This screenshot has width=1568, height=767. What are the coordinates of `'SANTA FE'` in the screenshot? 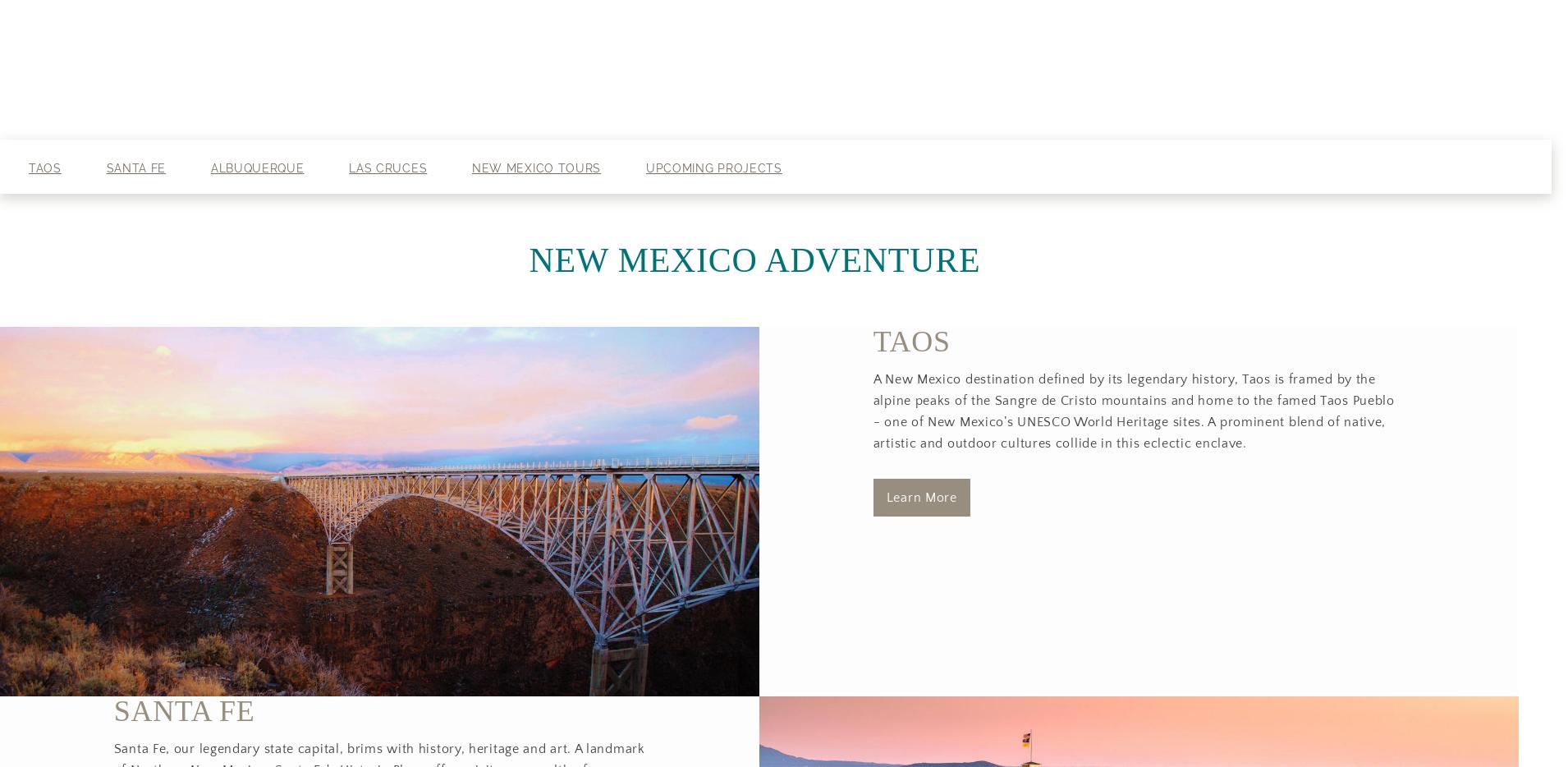 It's located at (184, 710).